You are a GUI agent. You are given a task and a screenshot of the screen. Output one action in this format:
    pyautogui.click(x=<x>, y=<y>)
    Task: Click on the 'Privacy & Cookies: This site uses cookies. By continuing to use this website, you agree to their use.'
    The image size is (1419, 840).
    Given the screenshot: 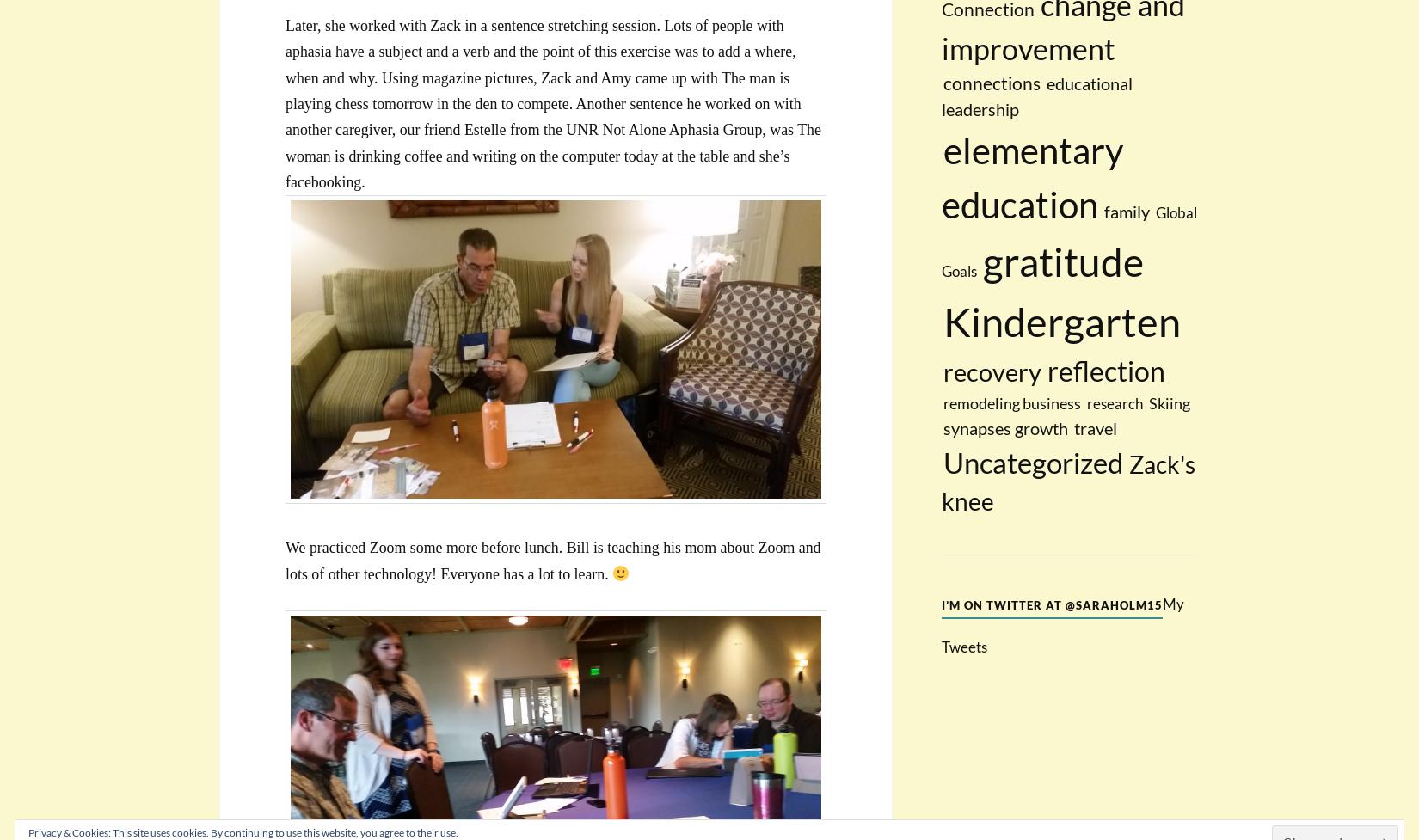 What is the action you would take?
    pyautogui.click(x=243, y=831)
    